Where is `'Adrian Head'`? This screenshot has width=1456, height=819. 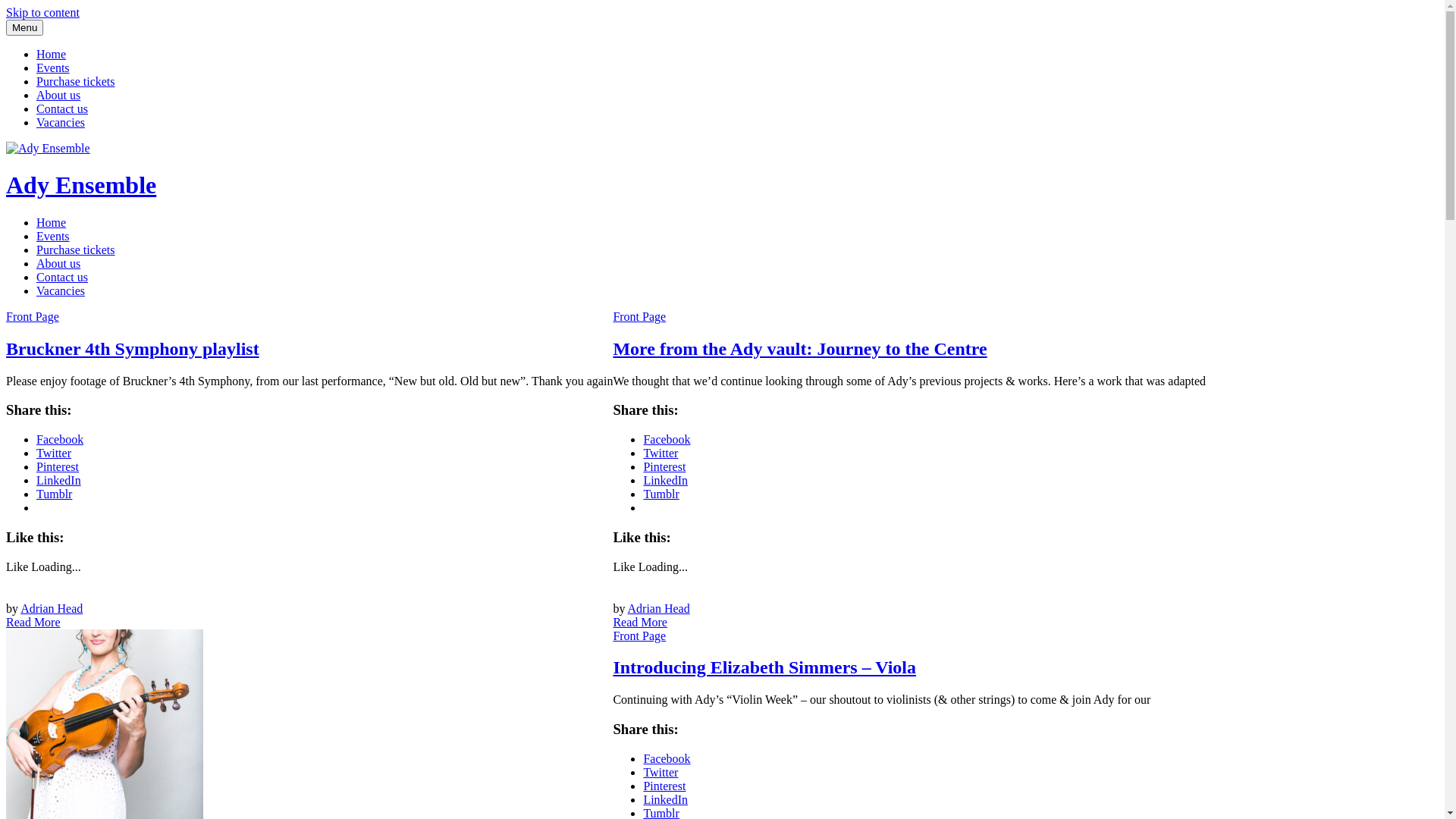 'Adrian Head' is located at coordinates (51, 607).